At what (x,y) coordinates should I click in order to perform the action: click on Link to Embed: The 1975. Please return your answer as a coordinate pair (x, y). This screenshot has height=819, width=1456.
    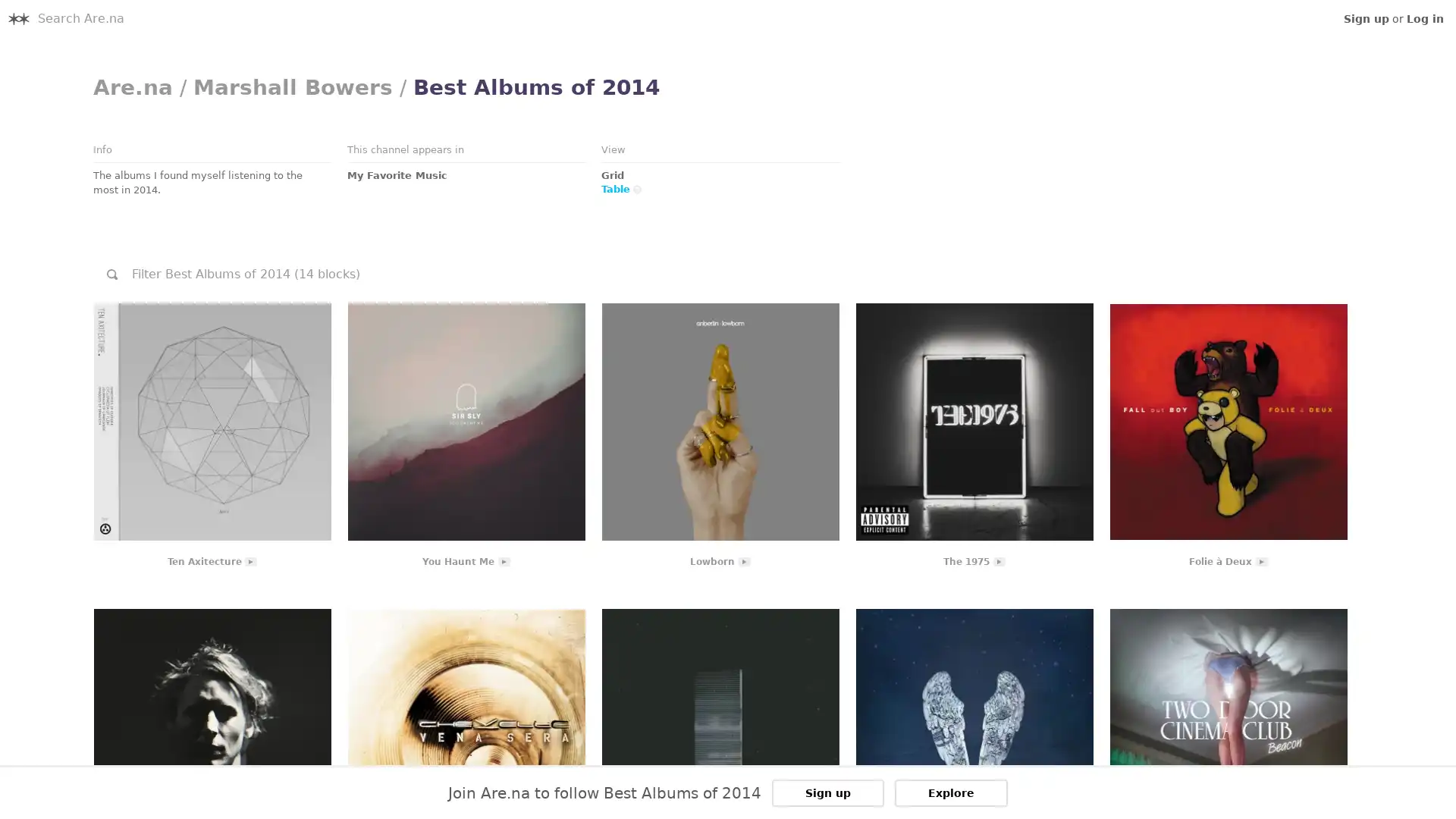
    Looking at the image, I should click on (974, 421).